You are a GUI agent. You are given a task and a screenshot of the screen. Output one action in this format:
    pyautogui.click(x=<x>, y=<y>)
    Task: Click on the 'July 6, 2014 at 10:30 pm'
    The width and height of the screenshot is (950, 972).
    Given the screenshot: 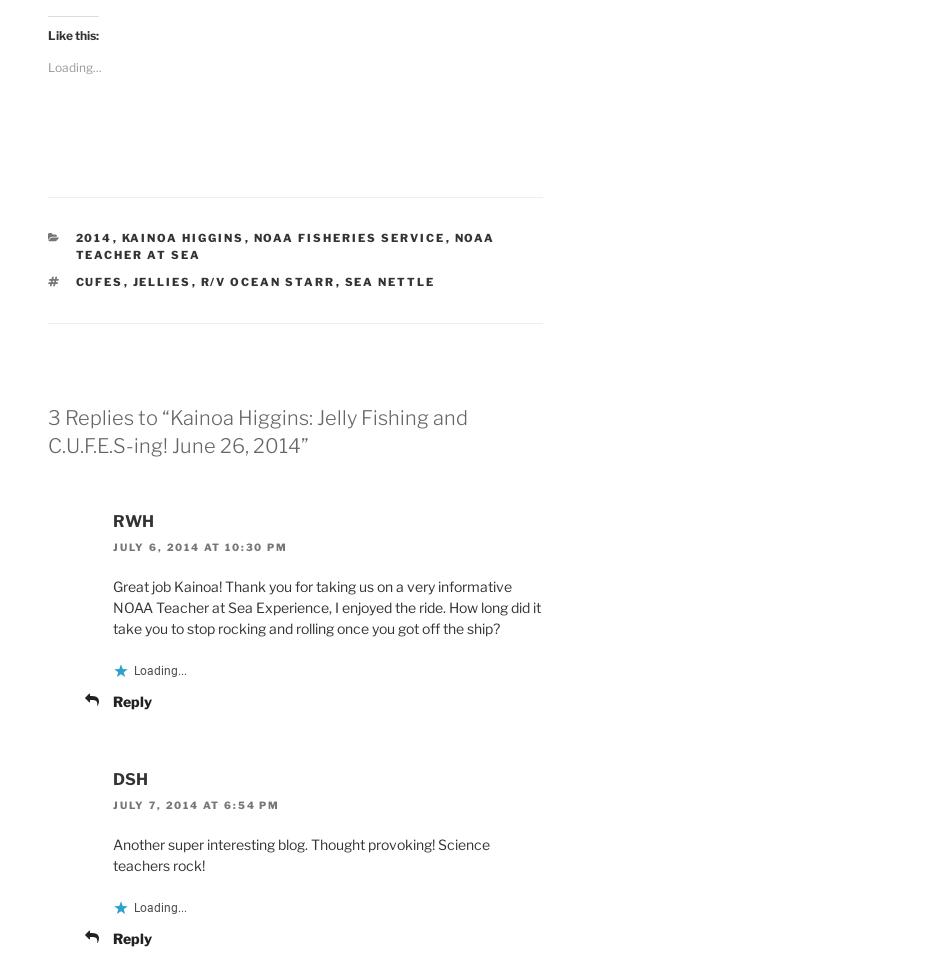 What is the action you would take?
    pyautogui.click(x=199, y=547)
    